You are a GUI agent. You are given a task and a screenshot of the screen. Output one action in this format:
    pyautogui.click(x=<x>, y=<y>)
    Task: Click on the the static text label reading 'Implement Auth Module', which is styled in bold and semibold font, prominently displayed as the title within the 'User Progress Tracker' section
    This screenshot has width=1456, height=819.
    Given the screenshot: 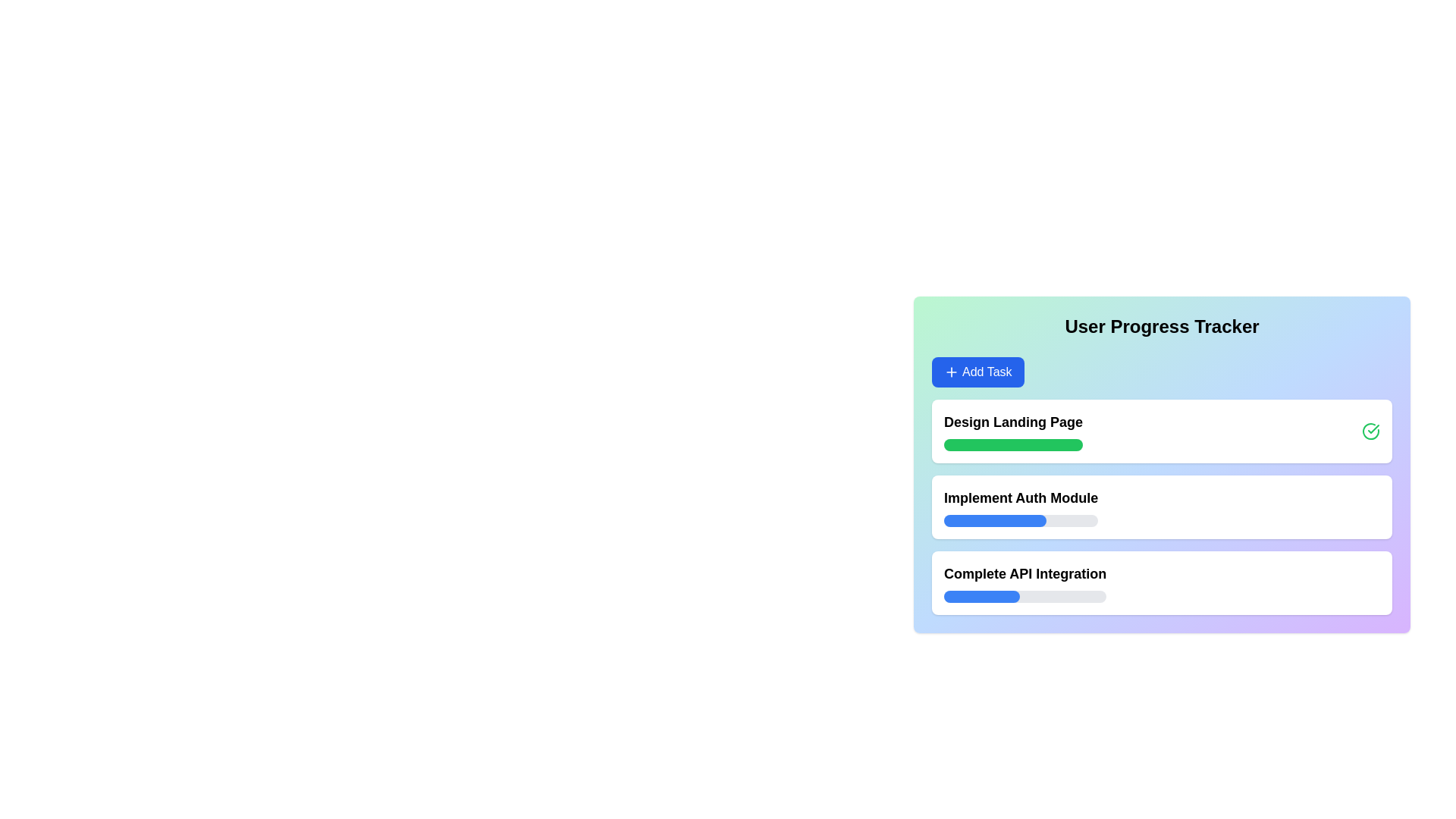 What is the action you would take?
    pyautogui.click(x=1021, y=497)
    